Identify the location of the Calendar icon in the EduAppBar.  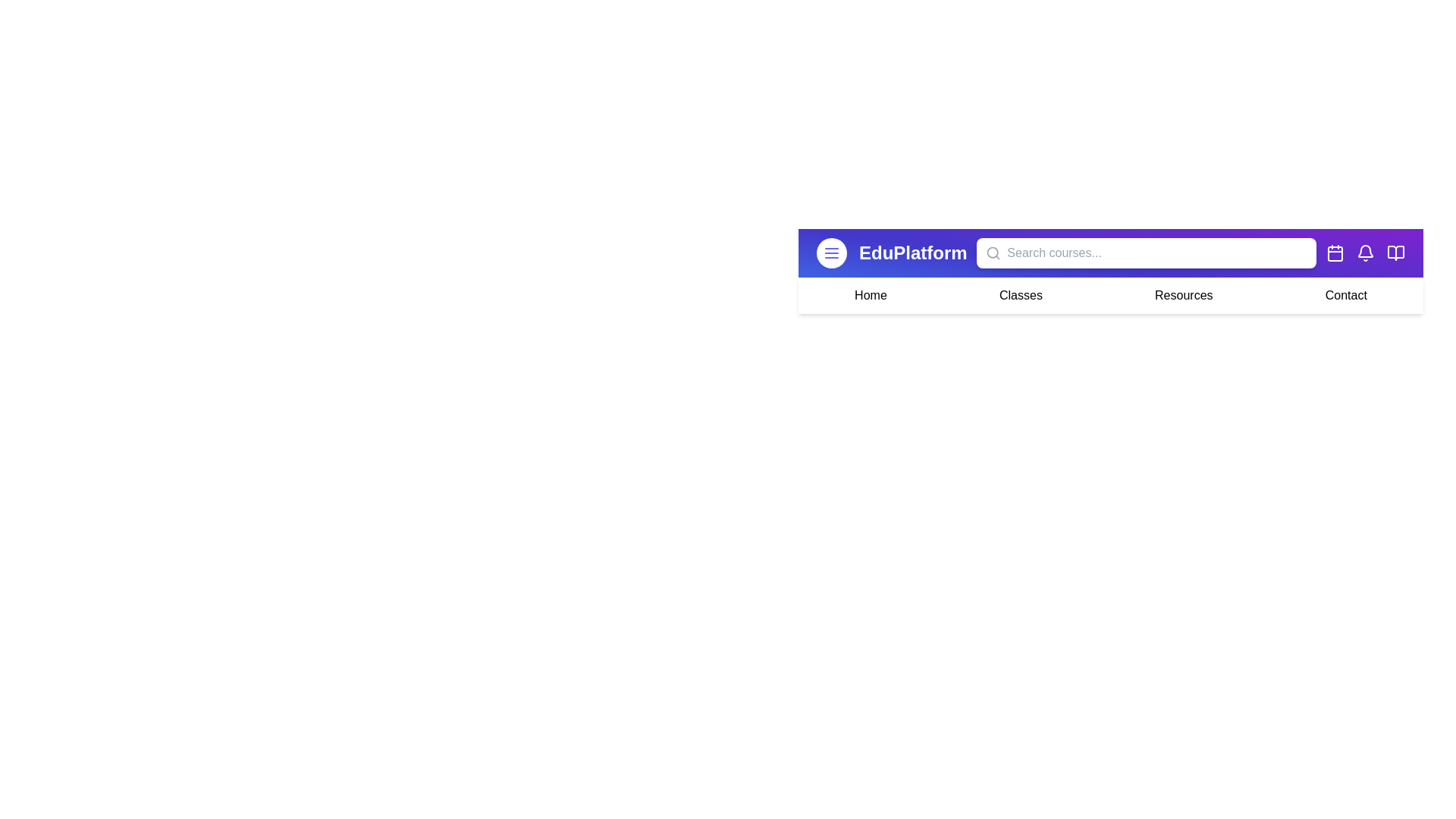
(1335, 253).